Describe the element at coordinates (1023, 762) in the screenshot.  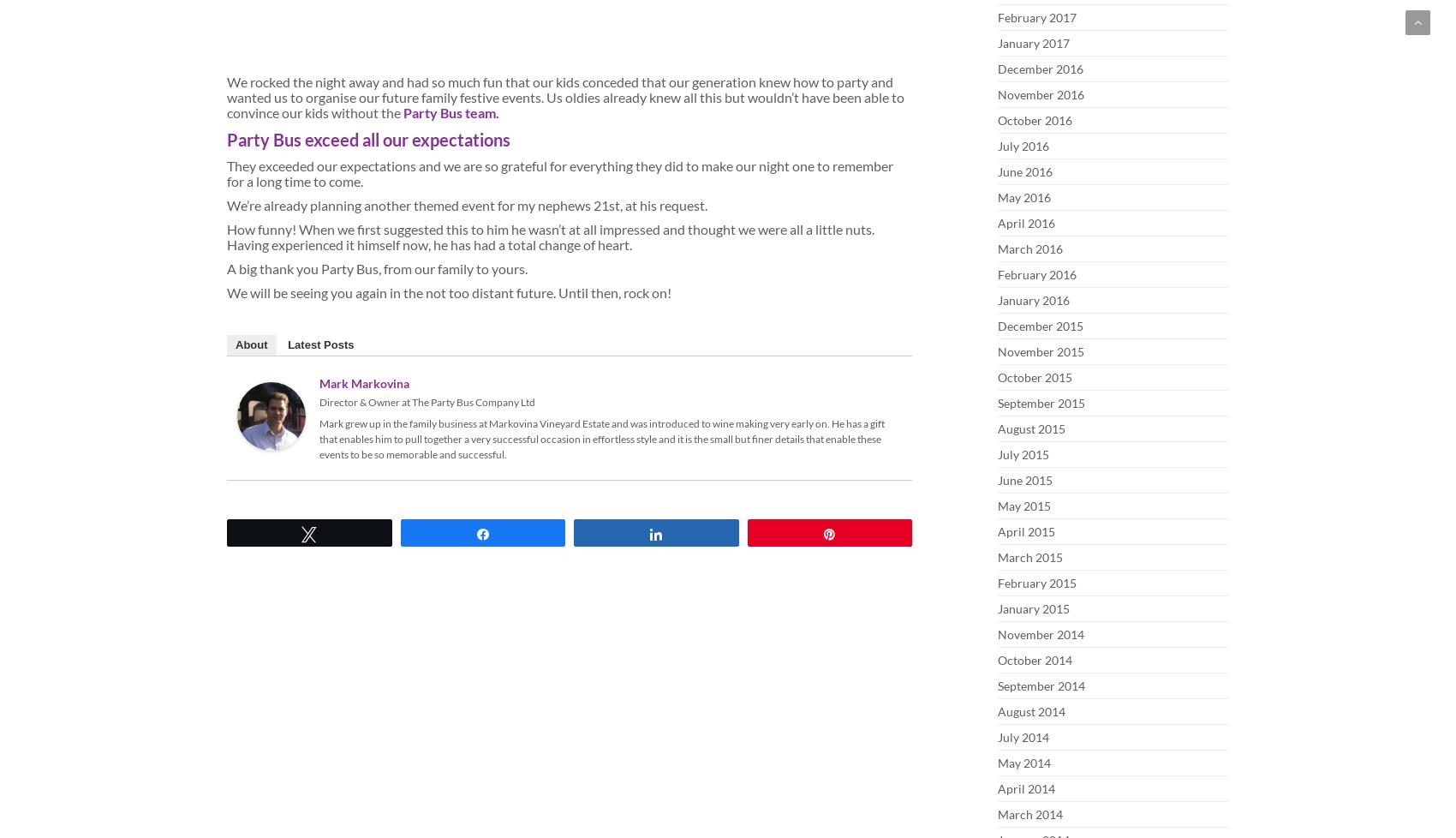
I see `'May 2014'` at that location.